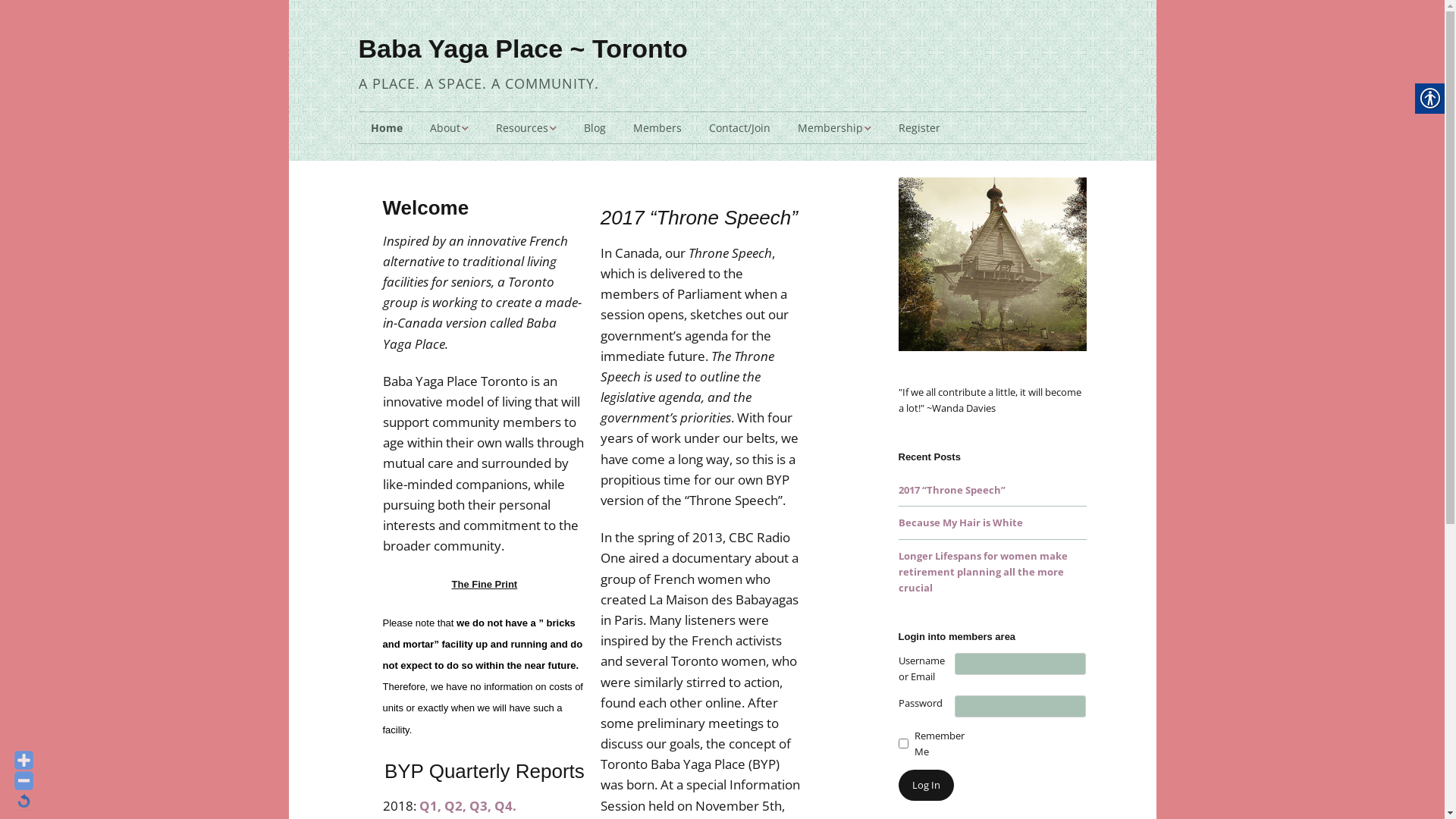  Describe the element at coordinates (503, 805) in the screenshot. I see `'Q4'` at that location.